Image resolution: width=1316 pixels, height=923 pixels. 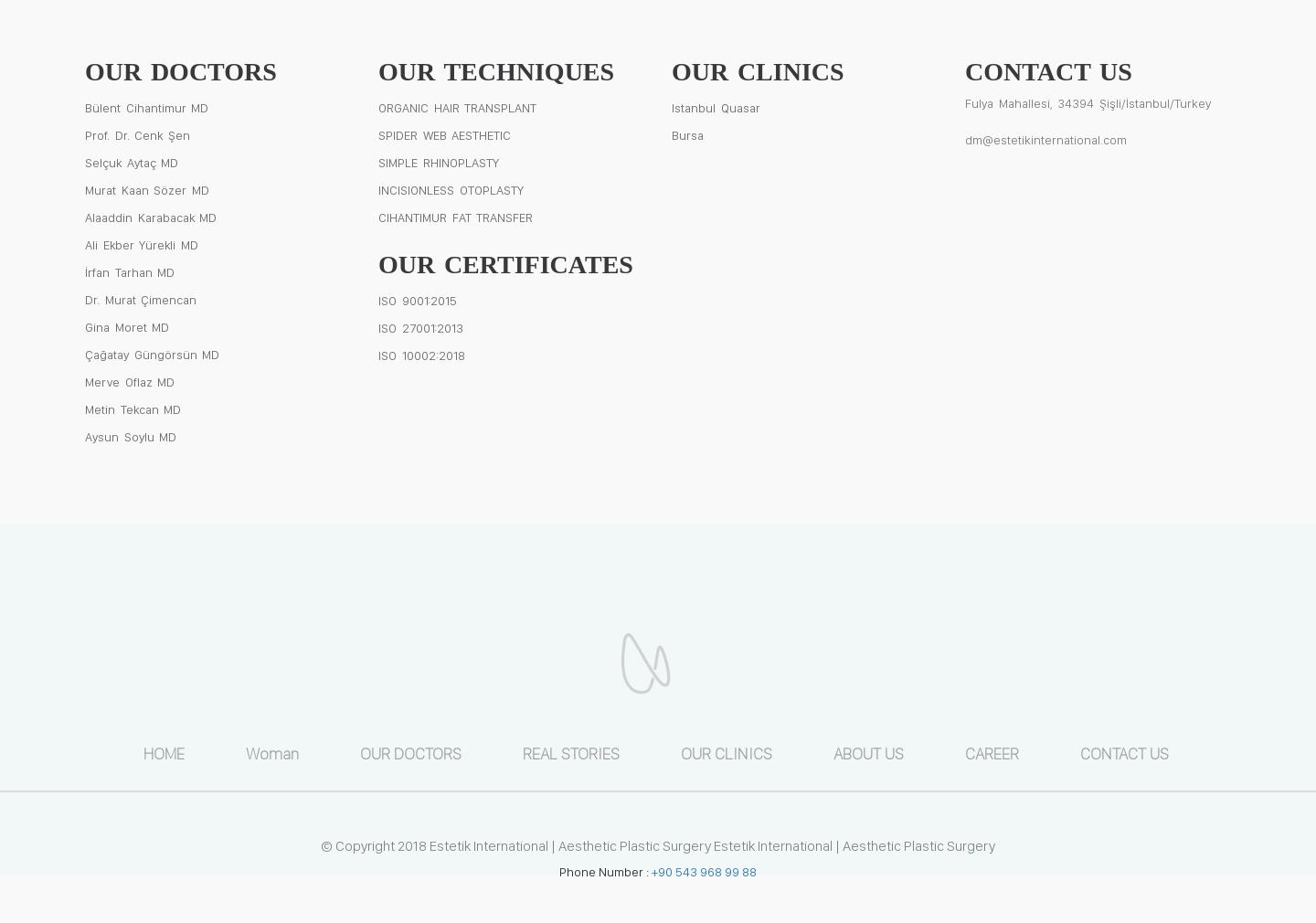 I want to click on 'Selçuk Aytaç MD', so click(x=131, y=160).